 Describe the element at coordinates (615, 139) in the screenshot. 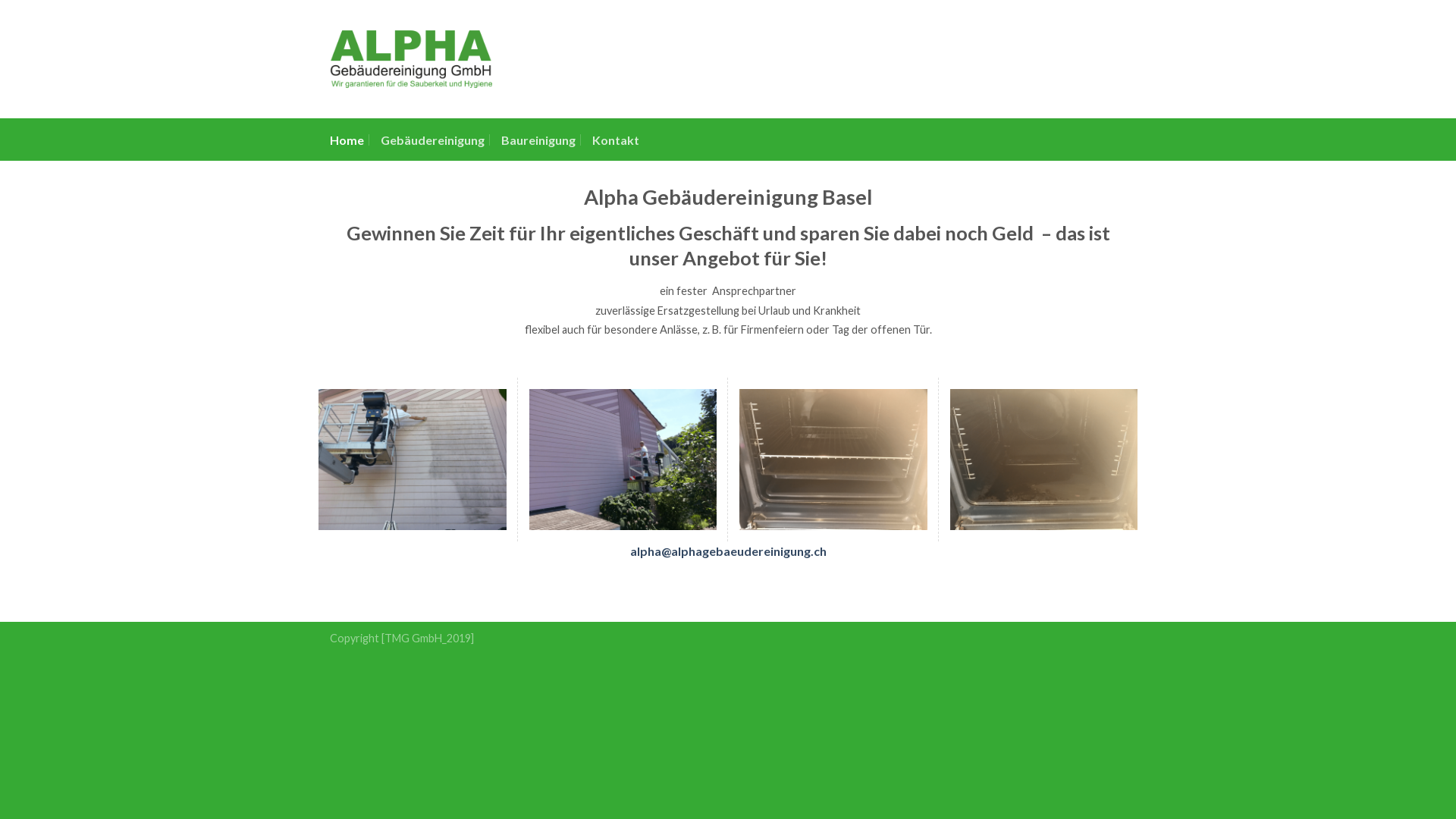

I see `'Kontakt'` at that location.